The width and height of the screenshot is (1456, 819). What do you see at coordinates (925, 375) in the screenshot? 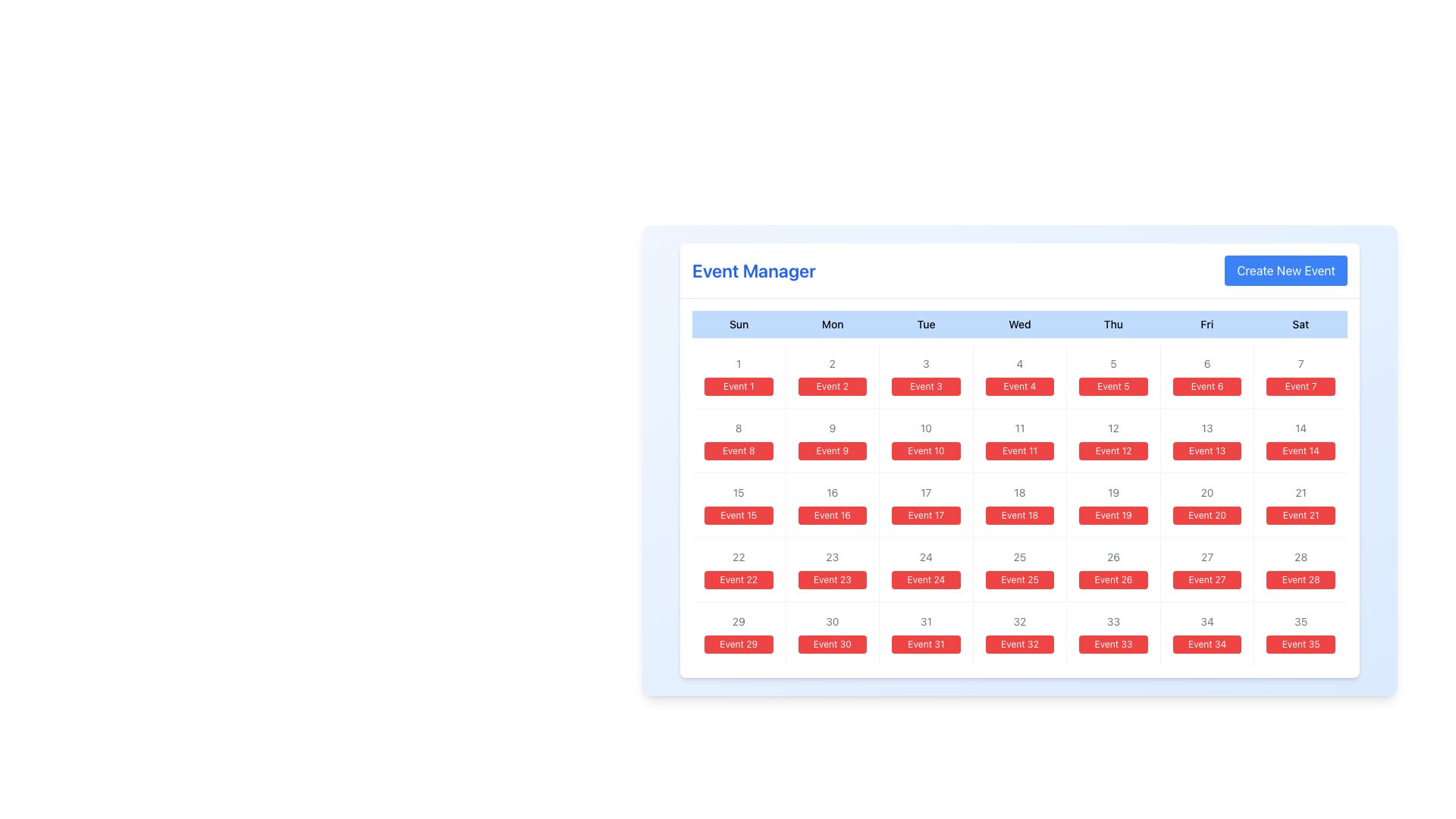
I see `the Calendar grid cell containing the number '3' and the button labeled 'Event 3'` at bounding box center [925, 375].